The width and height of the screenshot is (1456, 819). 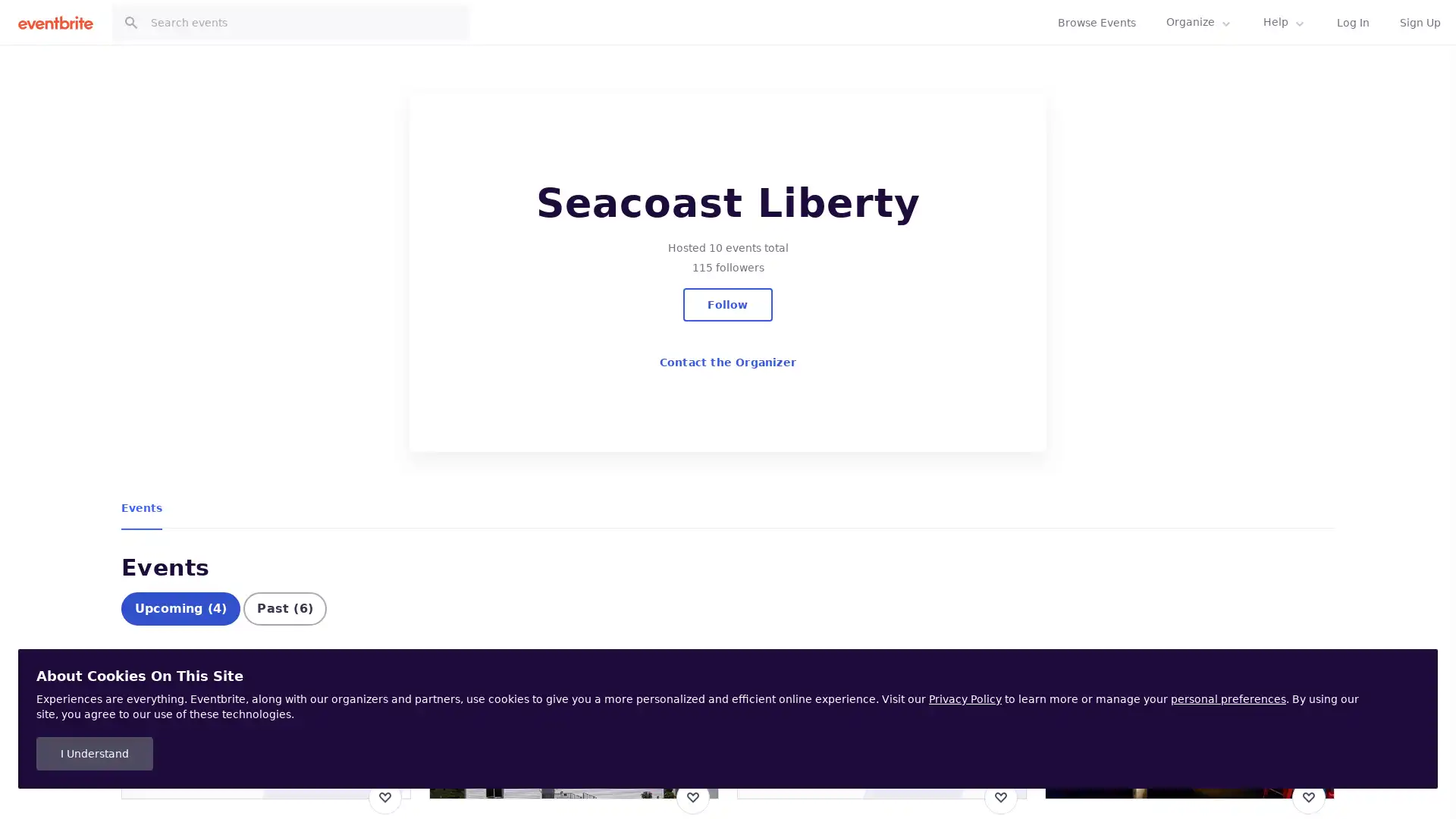 I want to click on Upcoming (4), so click(x=180, y=635).